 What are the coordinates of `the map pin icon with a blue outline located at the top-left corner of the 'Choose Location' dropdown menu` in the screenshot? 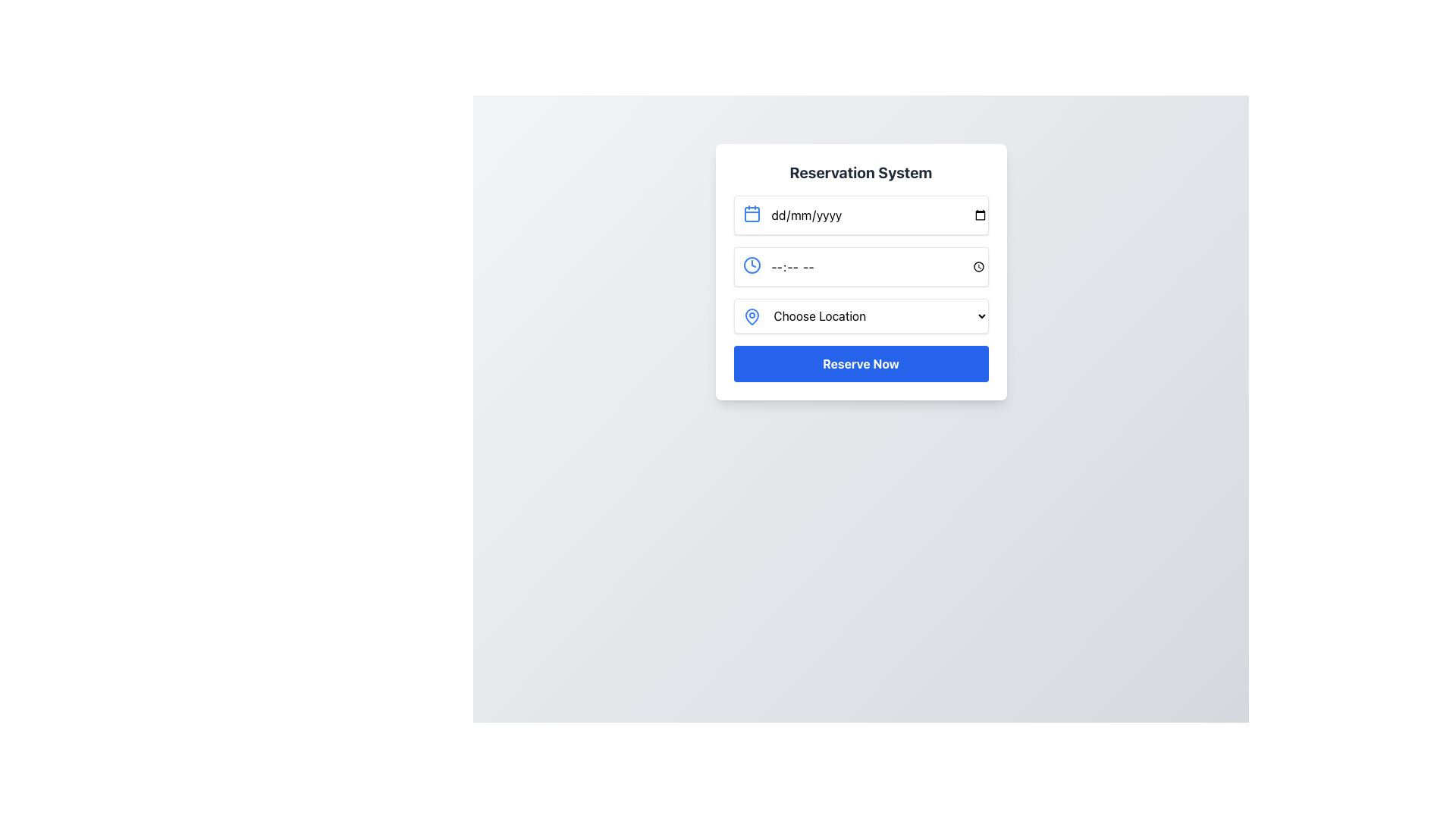 It's located at (752, 315).